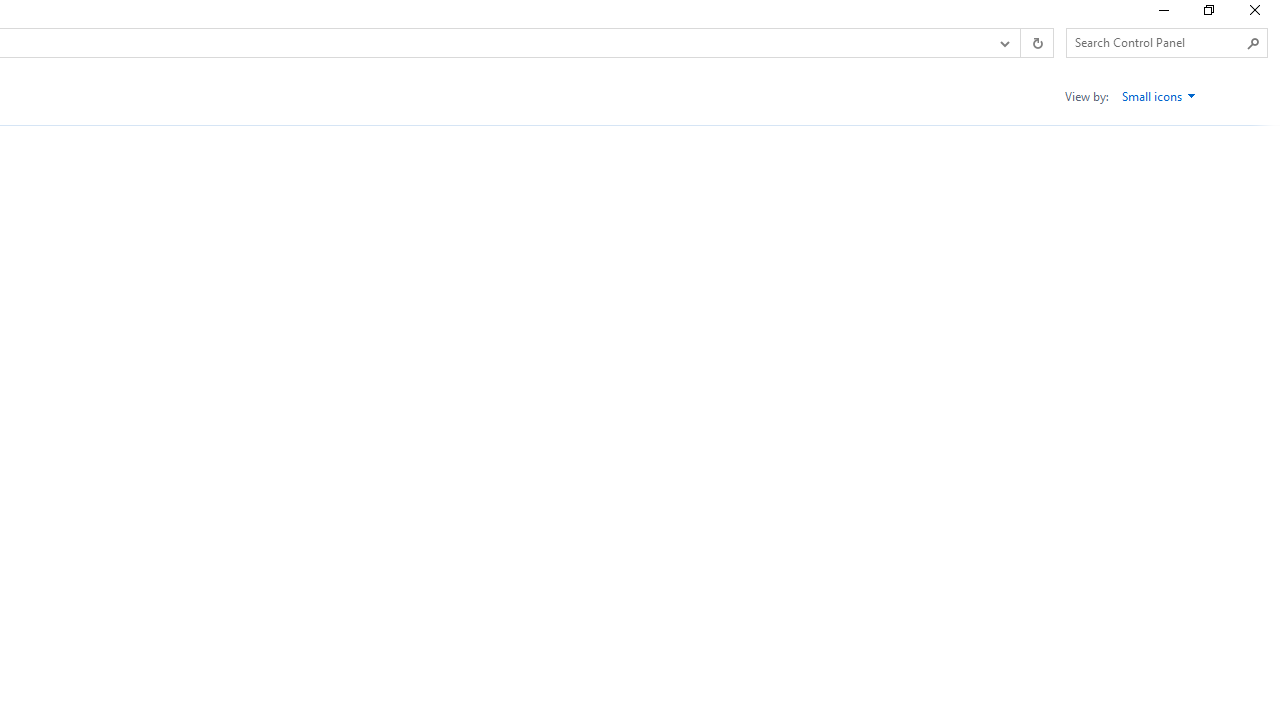  Describe the element at coordinates (1162, 15) in the screenshot. I see `'Minimize'` at that location.